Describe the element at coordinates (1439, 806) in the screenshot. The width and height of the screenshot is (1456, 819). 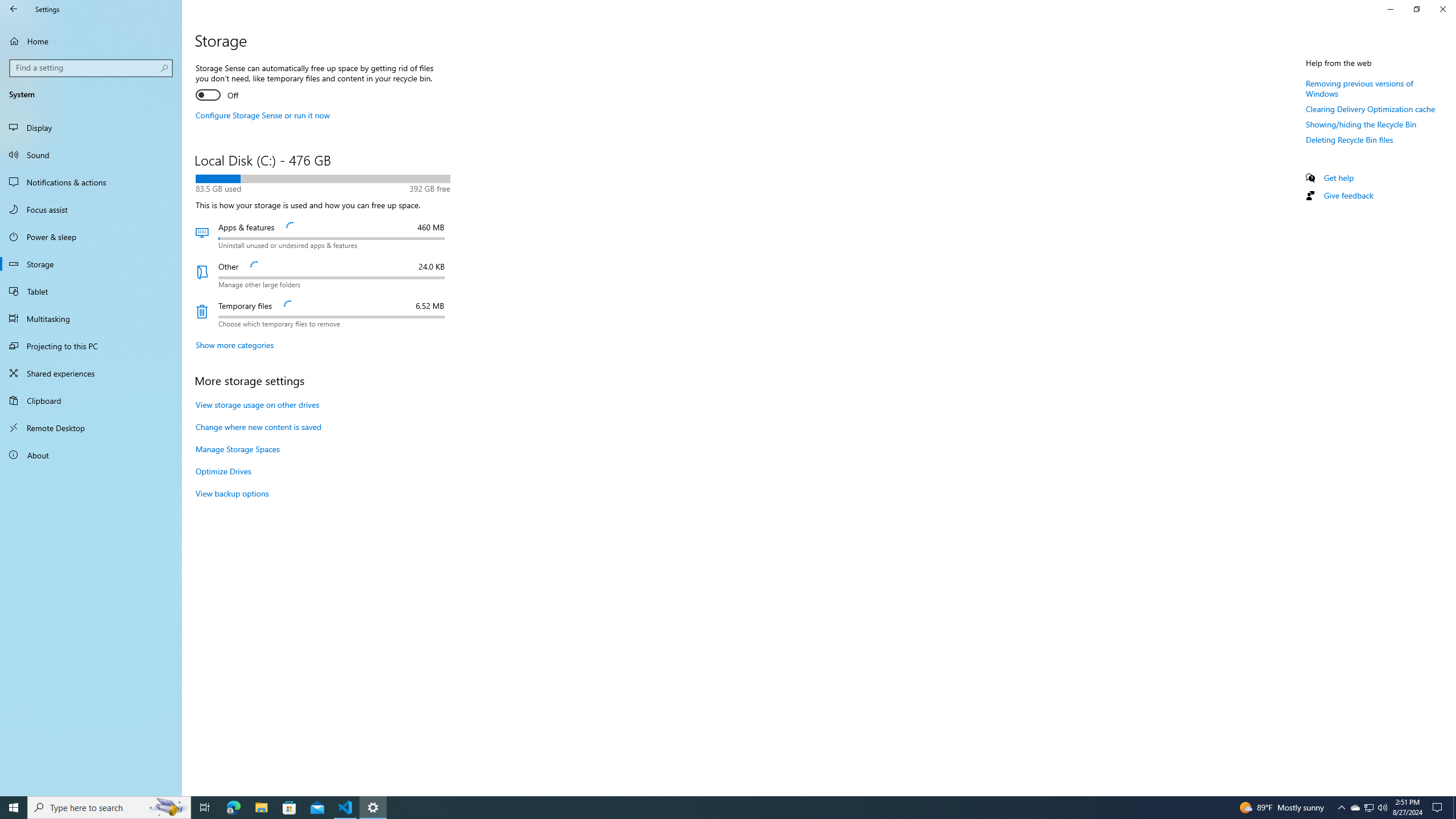
I see `'Action Center, No new notifications'` at that location.